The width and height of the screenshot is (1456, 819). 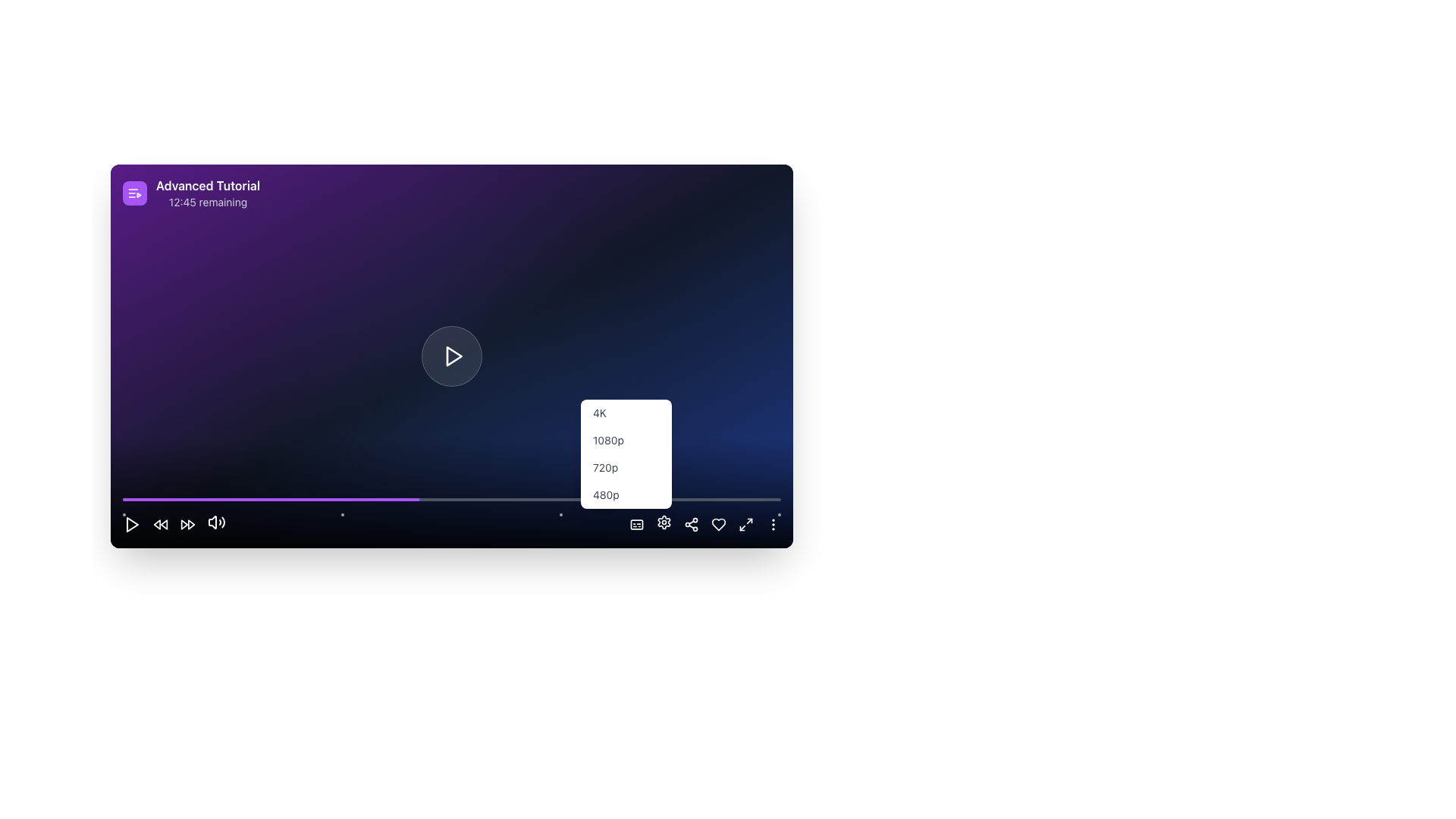 I want to click on the heart icon button located at the bottom-right corner of the video player interface, so click(x=718, y=523).